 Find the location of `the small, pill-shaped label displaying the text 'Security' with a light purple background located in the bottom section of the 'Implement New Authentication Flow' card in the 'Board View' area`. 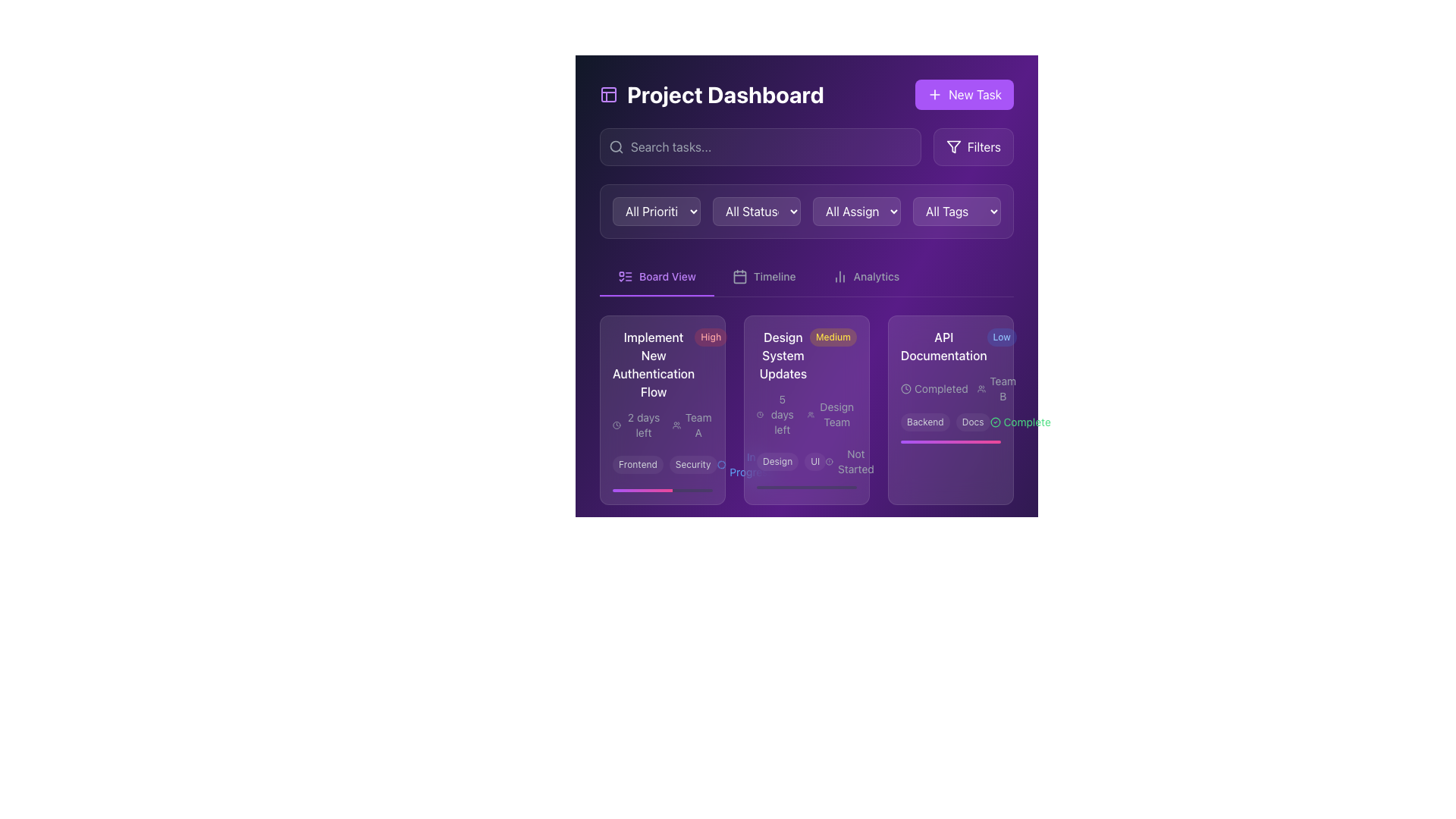

the small, pill-shaped label displaying the text 'Security' with a light purple background located in the bottom section of the 'Implement New Authentication Flow' card in the 'Board View' area is located at coordinates (692, 464).